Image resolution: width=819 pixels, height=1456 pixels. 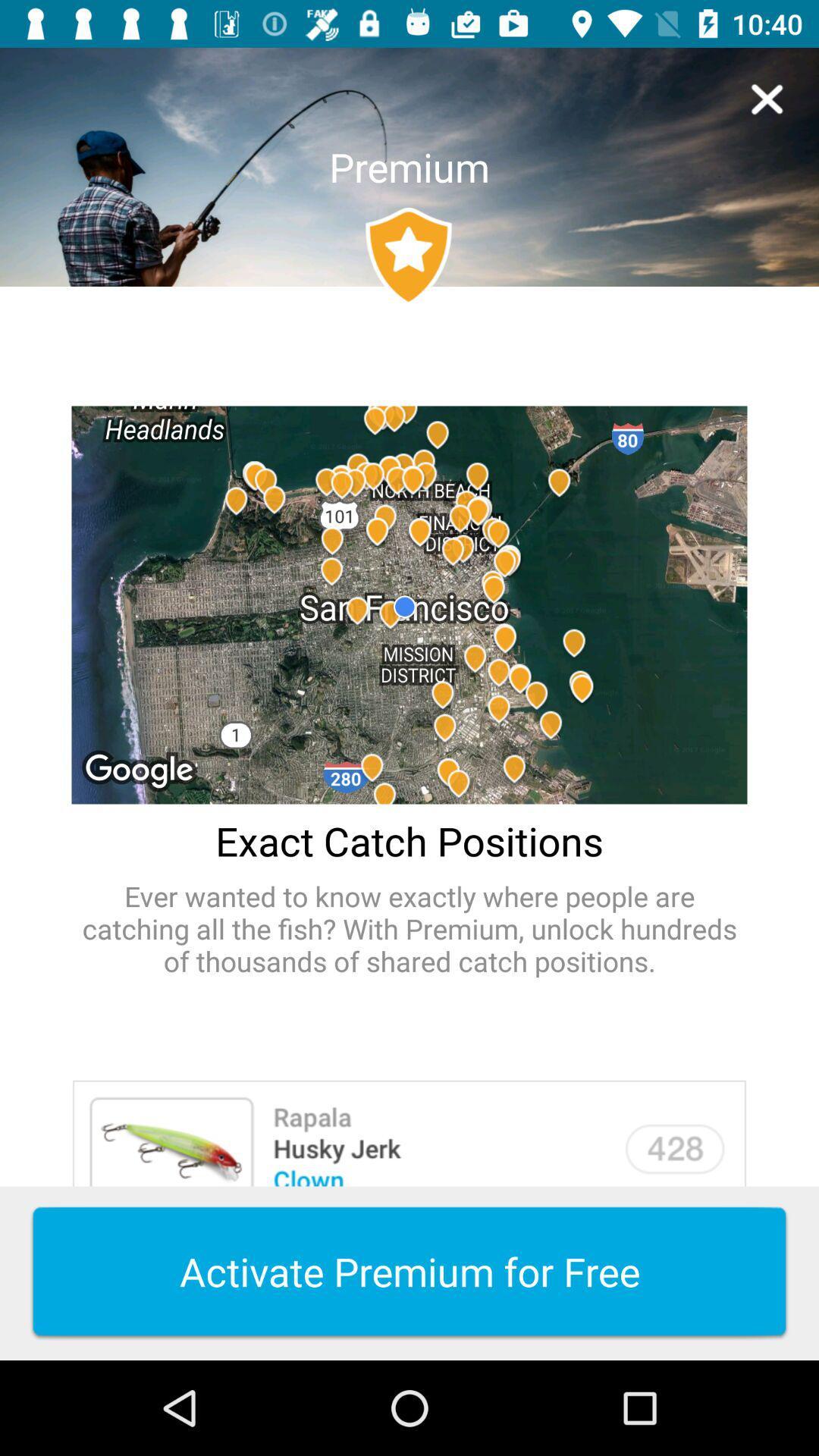 What do you see at coordinates (767, 99) in the screenshot?
I see `icon to the right of the premium item` at bounding box center [767, 99].